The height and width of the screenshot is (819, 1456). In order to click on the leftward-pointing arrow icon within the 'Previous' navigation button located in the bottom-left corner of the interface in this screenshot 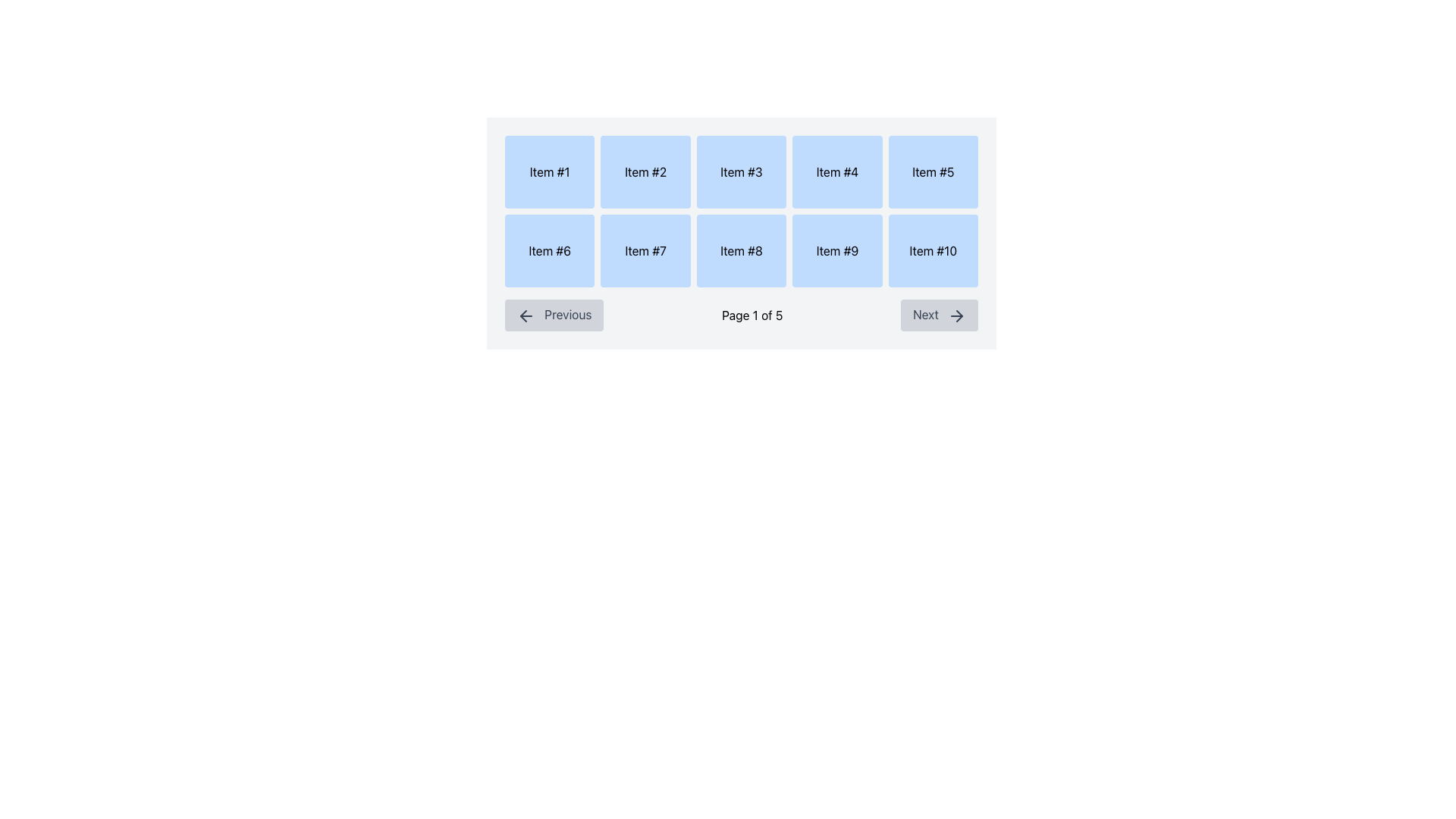, I will do `click(523, 315)`.